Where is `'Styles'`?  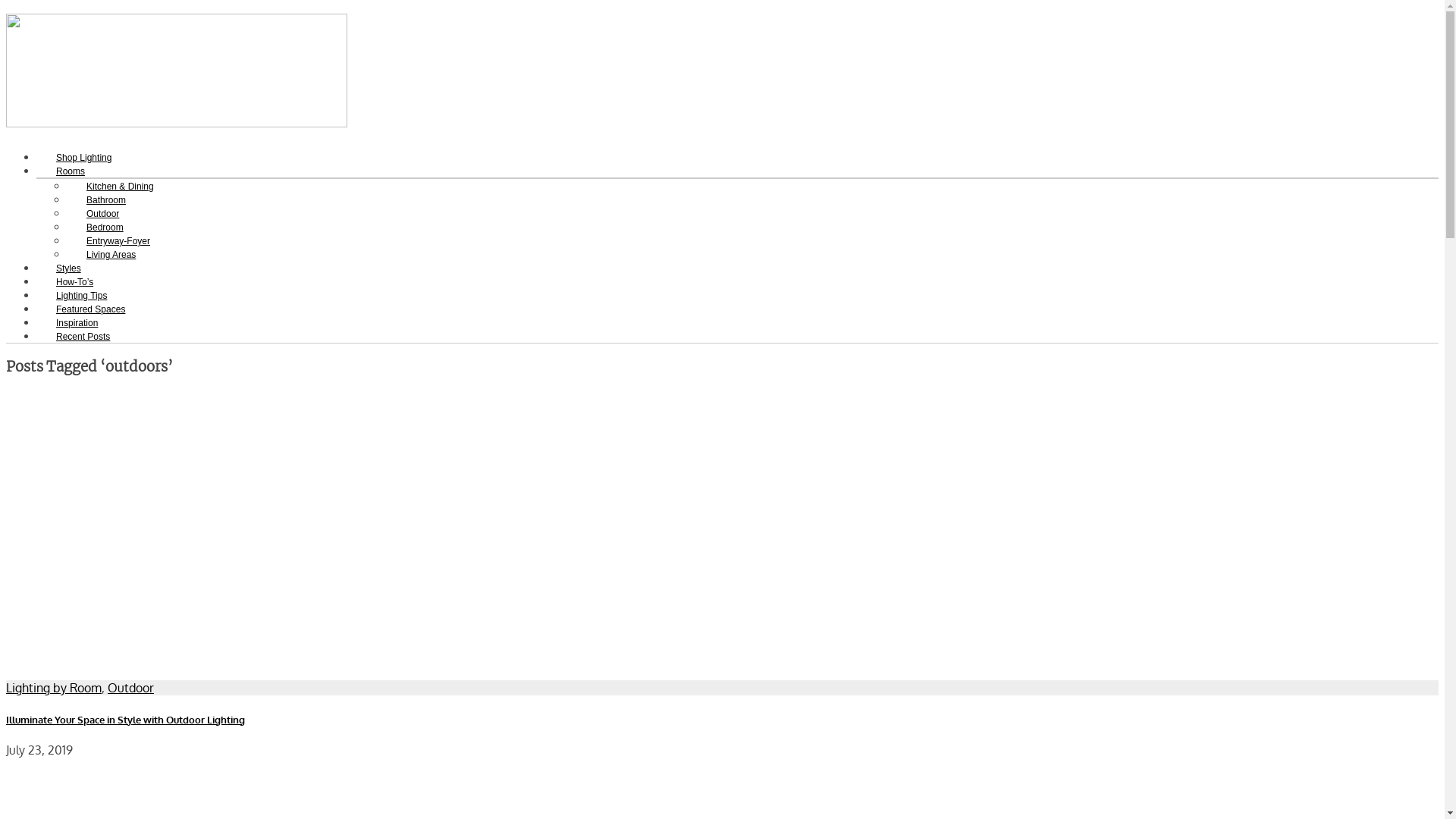 'Styles' is located at coordinates (36, 268).